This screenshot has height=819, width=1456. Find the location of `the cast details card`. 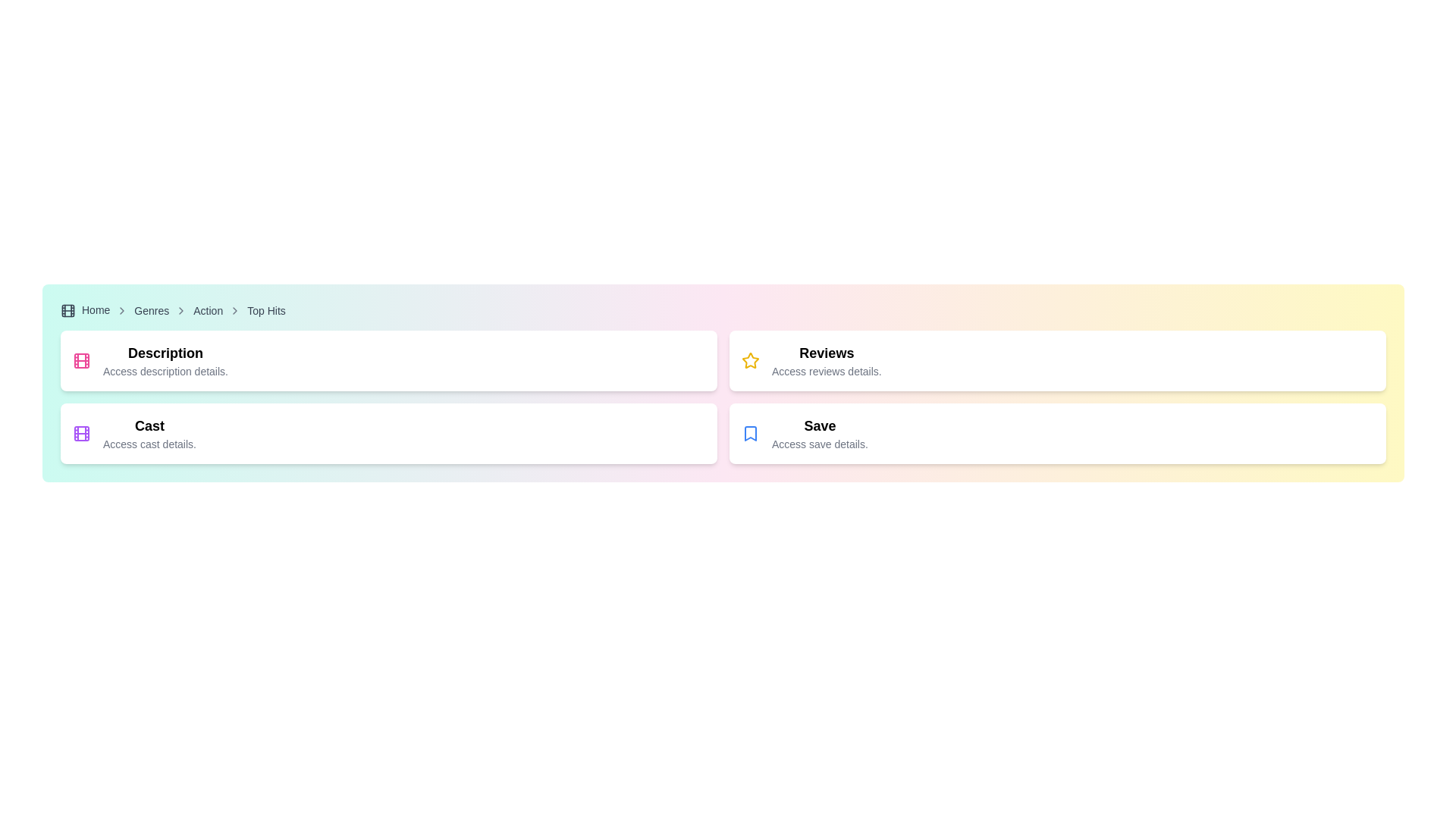

the cast details card is located at coordinates (389, 433).